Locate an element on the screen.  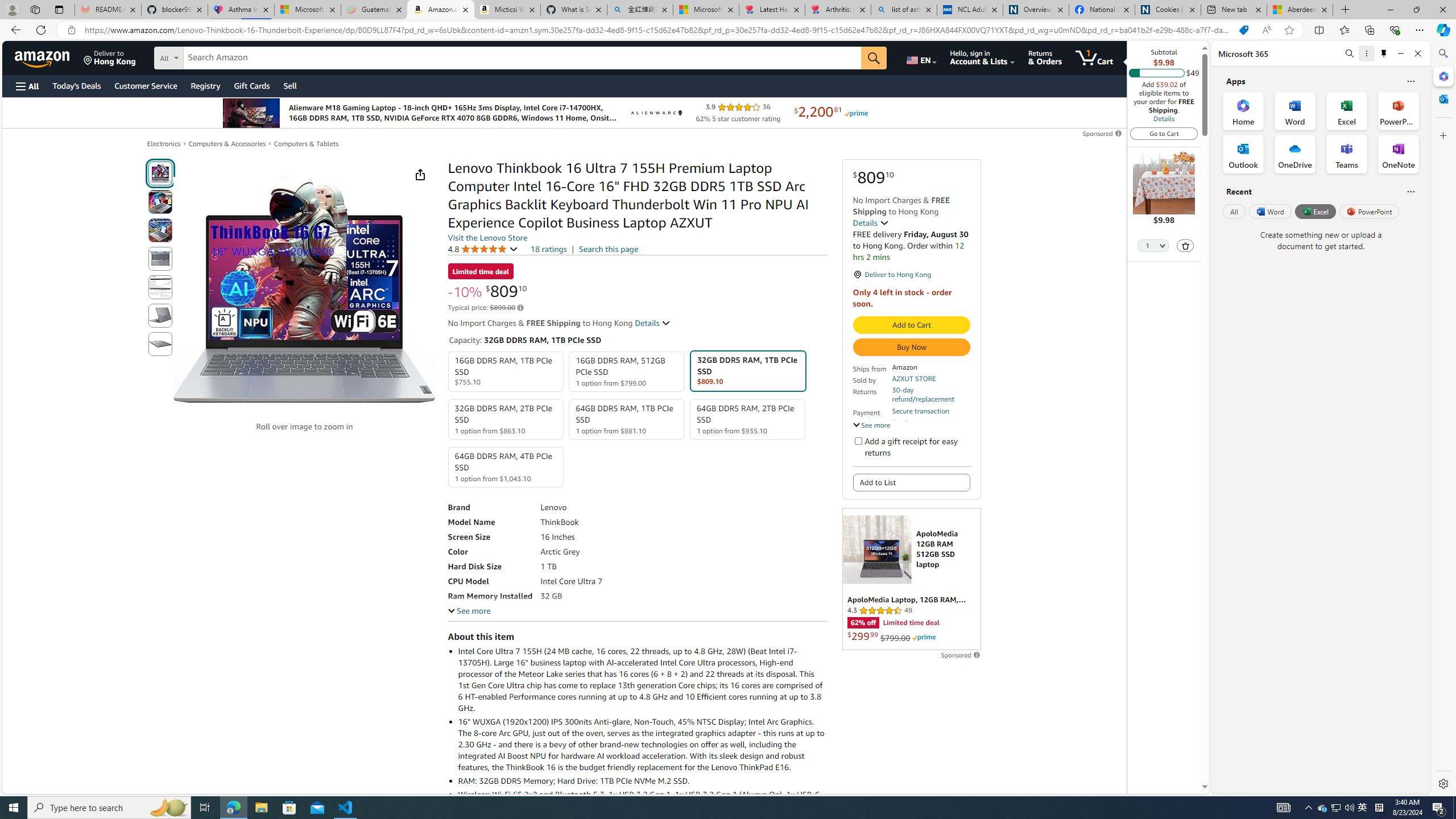
'16GB DDR5 RAM, 512GB PCIe SSD 1 option from $799.00' is located at coordinates (626, 371).